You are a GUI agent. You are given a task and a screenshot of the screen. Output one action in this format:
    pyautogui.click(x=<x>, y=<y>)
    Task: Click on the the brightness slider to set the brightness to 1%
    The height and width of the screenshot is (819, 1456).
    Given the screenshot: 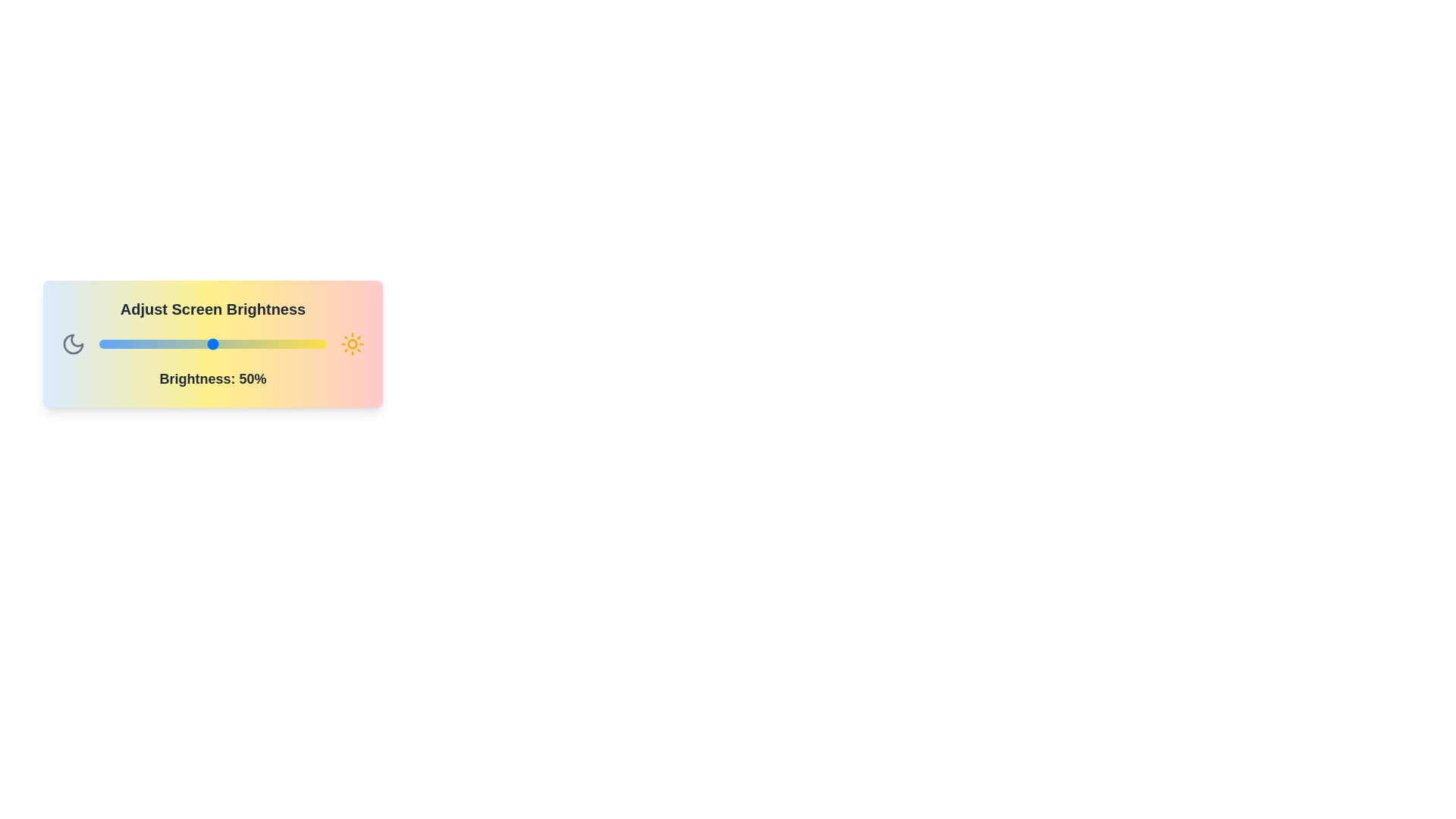 What is the action you would take?
    pyautogui.click(x=101, y=344)
    